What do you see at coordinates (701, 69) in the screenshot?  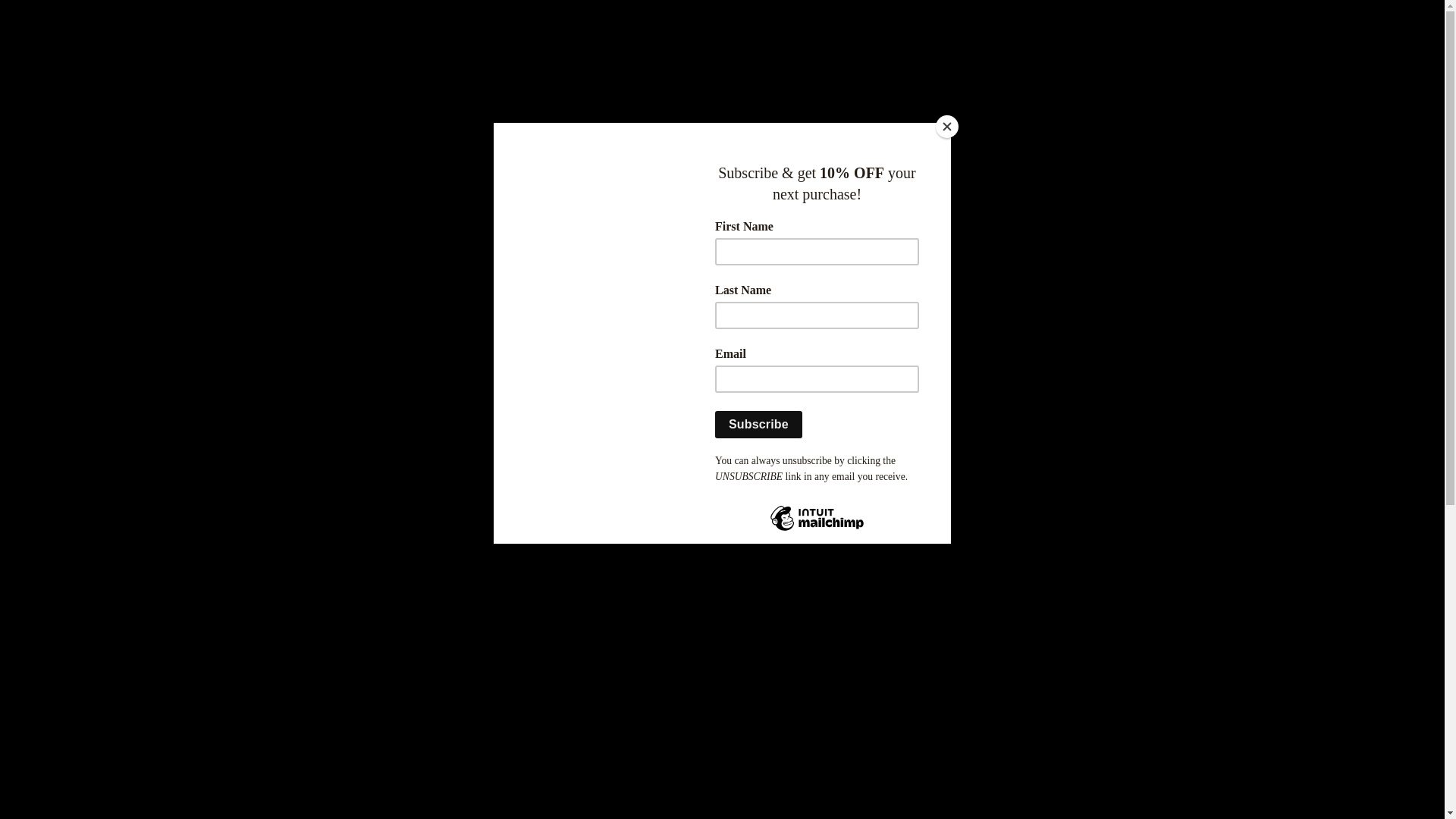 I see `'Login'` at bounding box center [701, 69].